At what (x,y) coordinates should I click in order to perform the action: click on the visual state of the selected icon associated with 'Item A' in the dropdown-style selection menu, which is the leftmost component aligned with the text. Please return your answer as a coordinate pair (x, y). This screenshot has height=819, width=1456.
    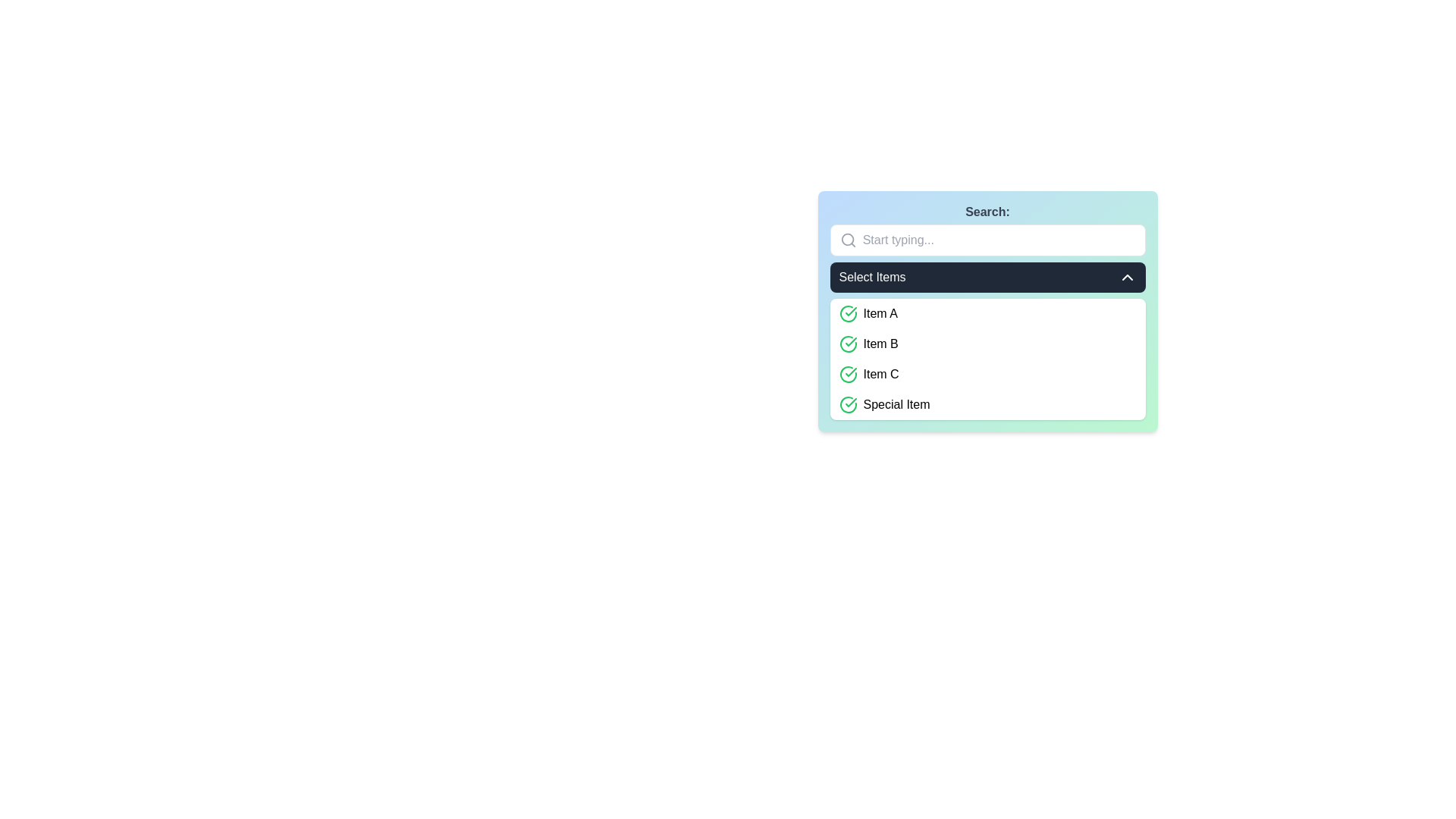
    Looking at the image, I should click on (847, 312).